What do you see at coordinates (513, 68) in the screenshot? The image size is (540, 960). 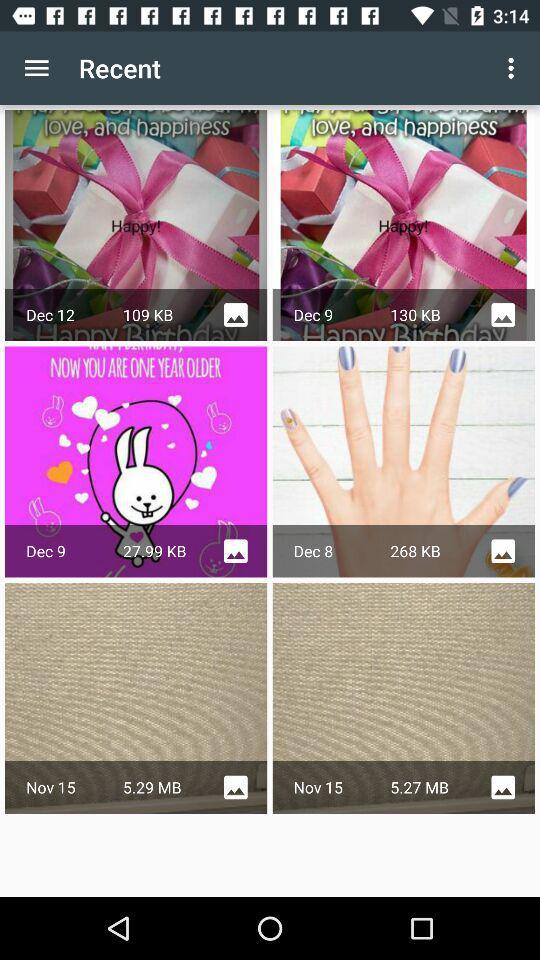 I see `app next to the recent item` at bounding box center [513, 68].